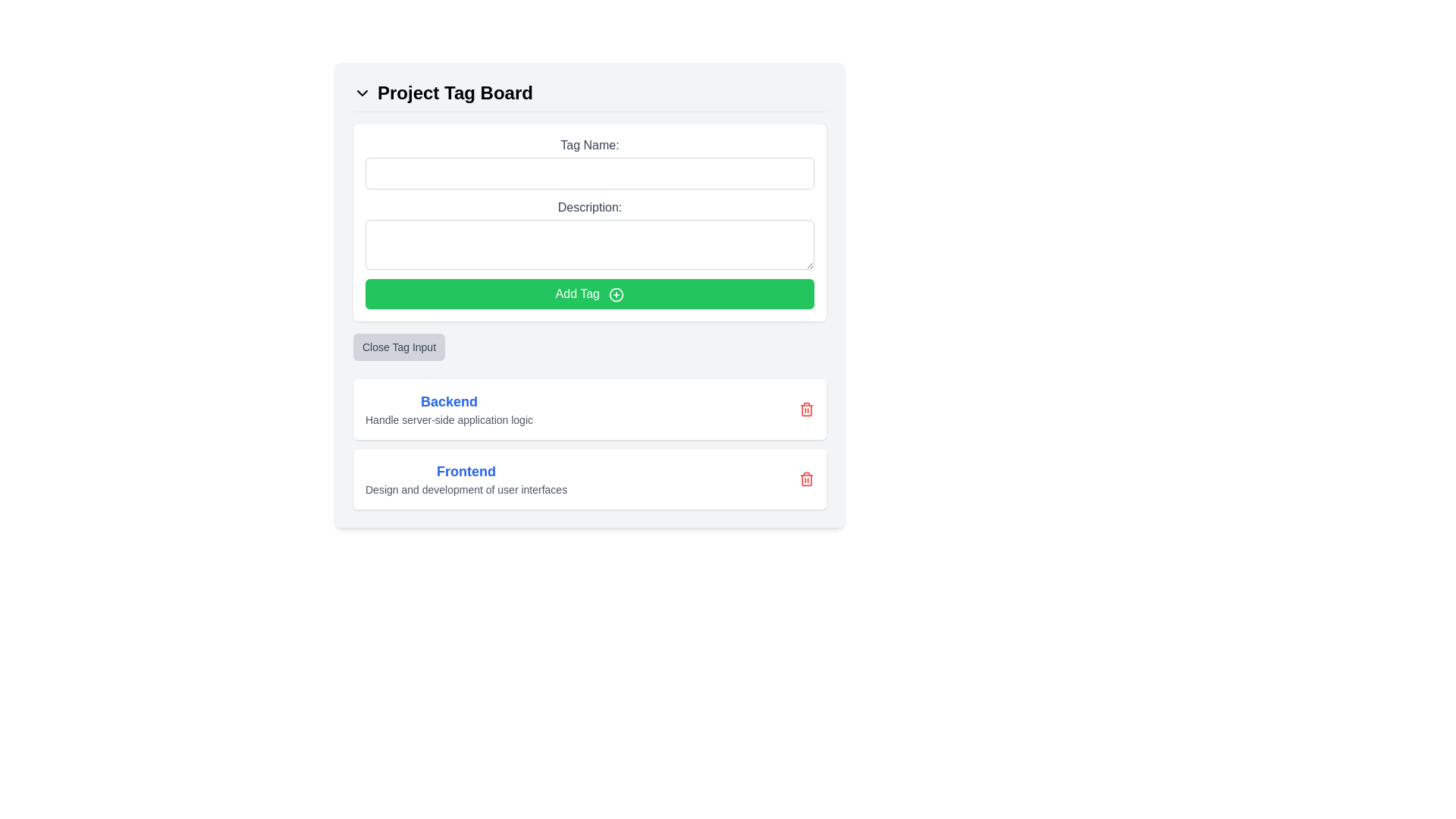  I want to click on the close button located below the 'Add Tag' green button, so click(399, 347).